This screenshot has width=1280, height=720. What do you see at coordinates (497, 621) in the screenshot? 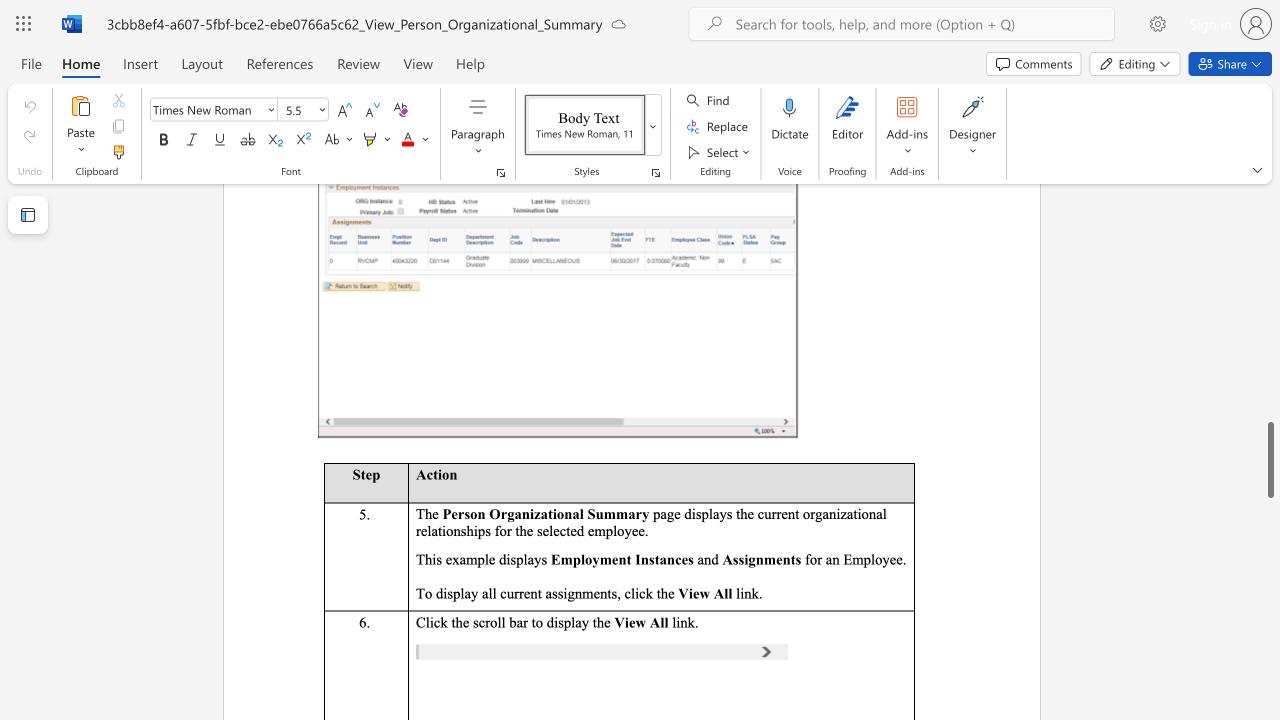
I see `the subset text "ll b" within the text "Click the scroll bar to display t"` at bounding box center [497, 621].